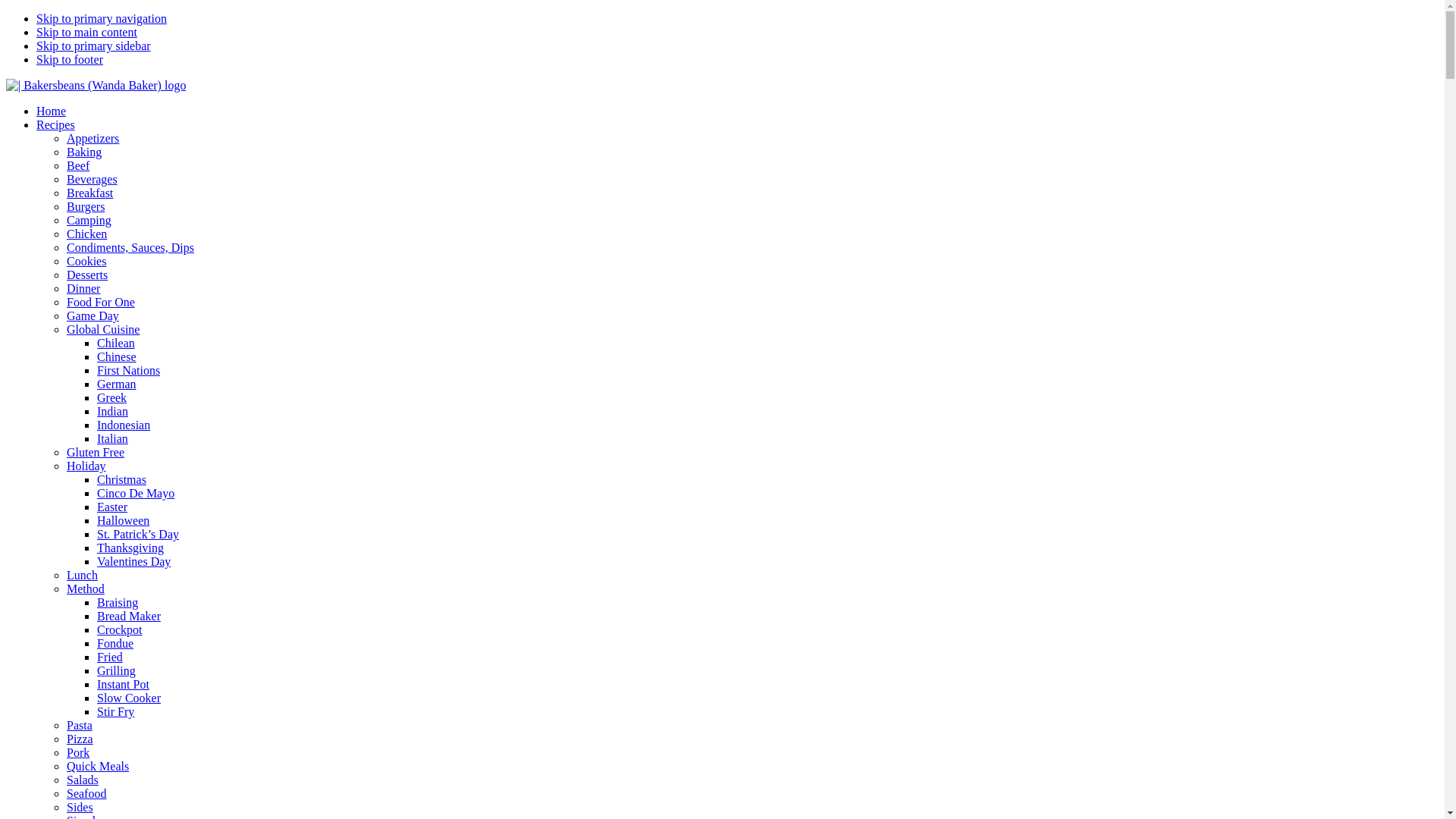 This screenshot has width=1456, height=819. What do you see at coordinates (100, 302) in the screenshot?
I see `'Food For One'` at bounding box center [100, 302].